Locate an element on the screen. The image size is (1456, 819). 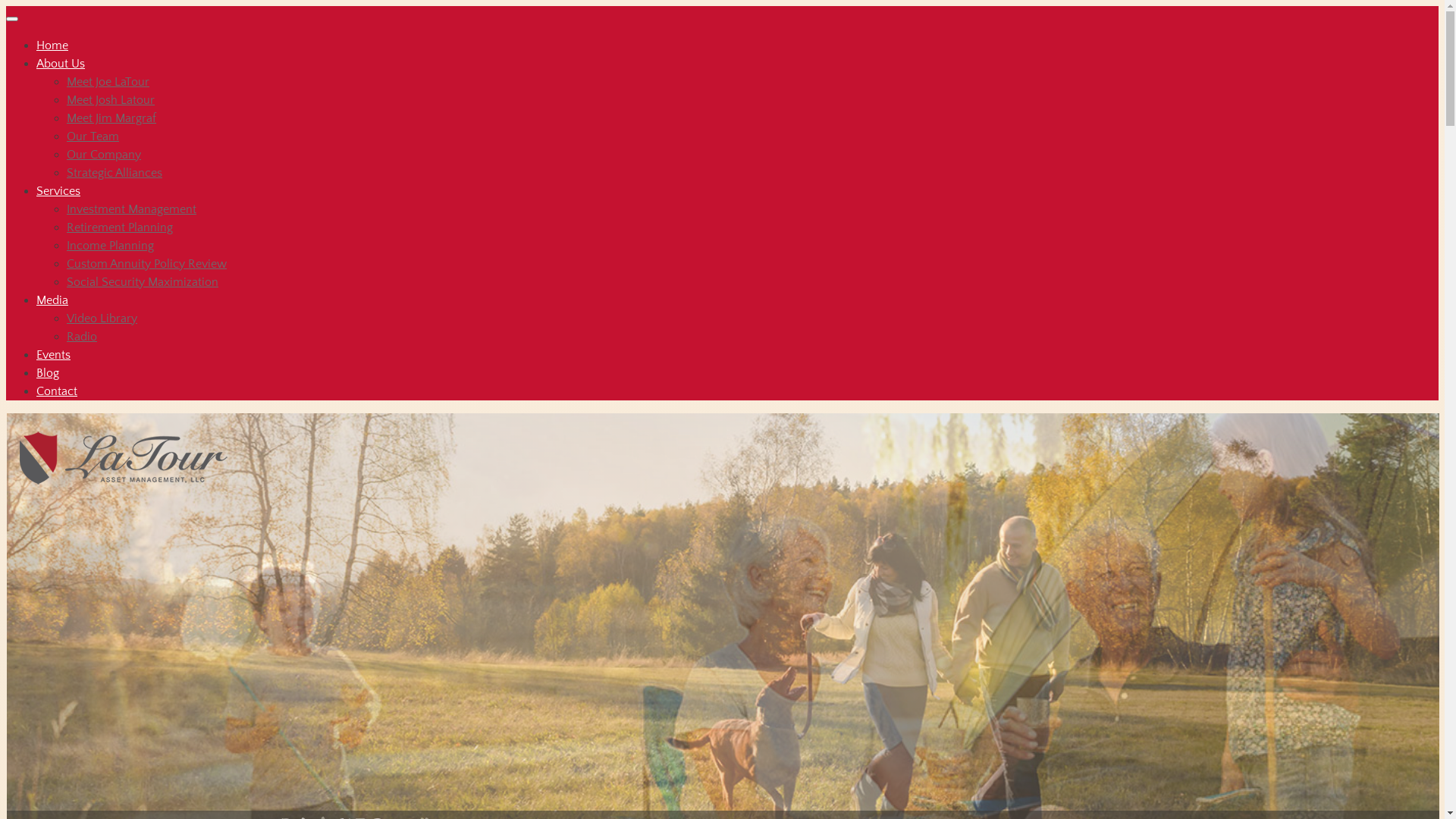
'Meet Jim Margraf' is located at coordinates (111, 117).